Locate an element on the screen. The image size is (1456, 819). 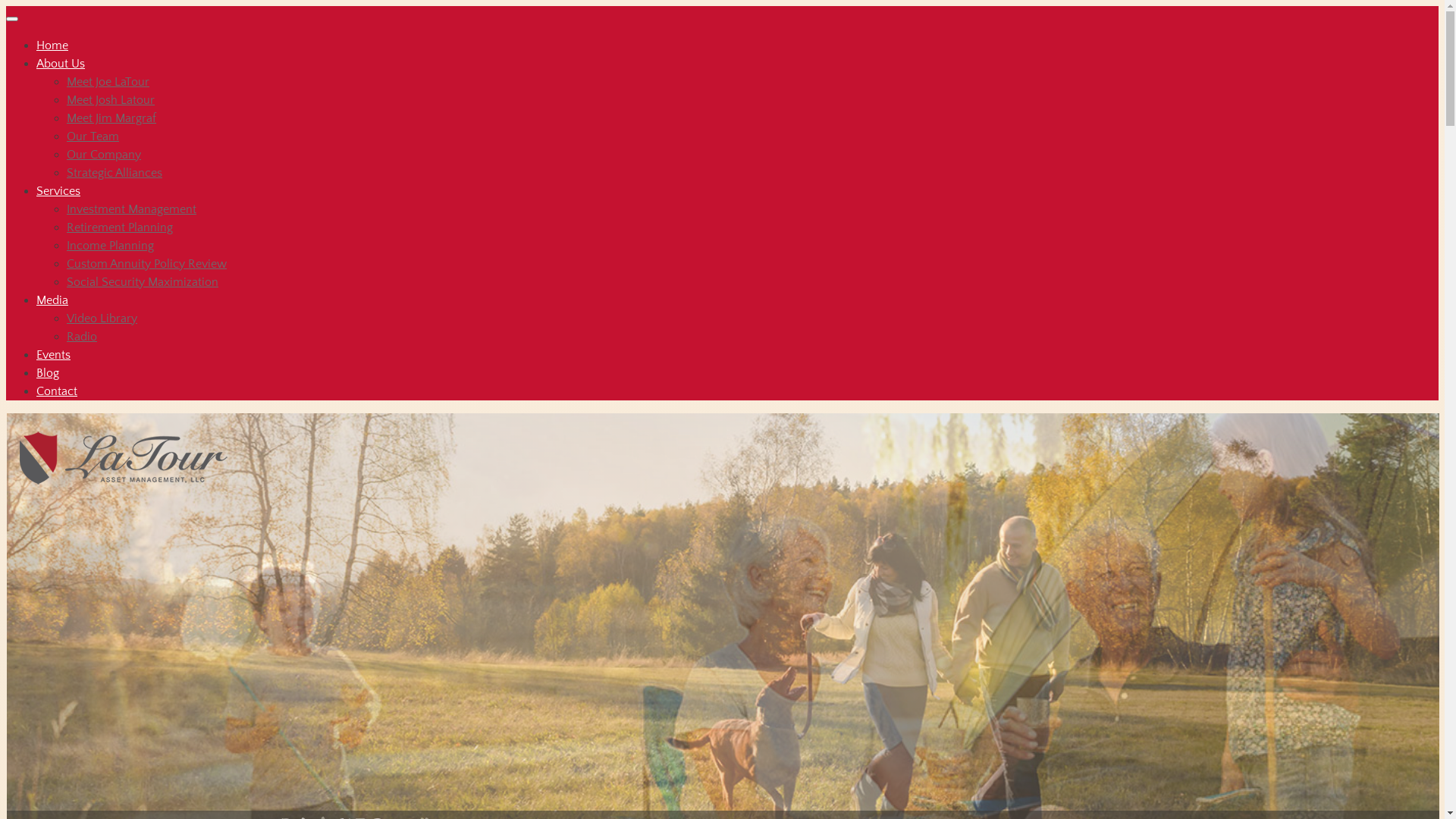
'Meet Jim Margraf' is located at coordinates (111, 117).